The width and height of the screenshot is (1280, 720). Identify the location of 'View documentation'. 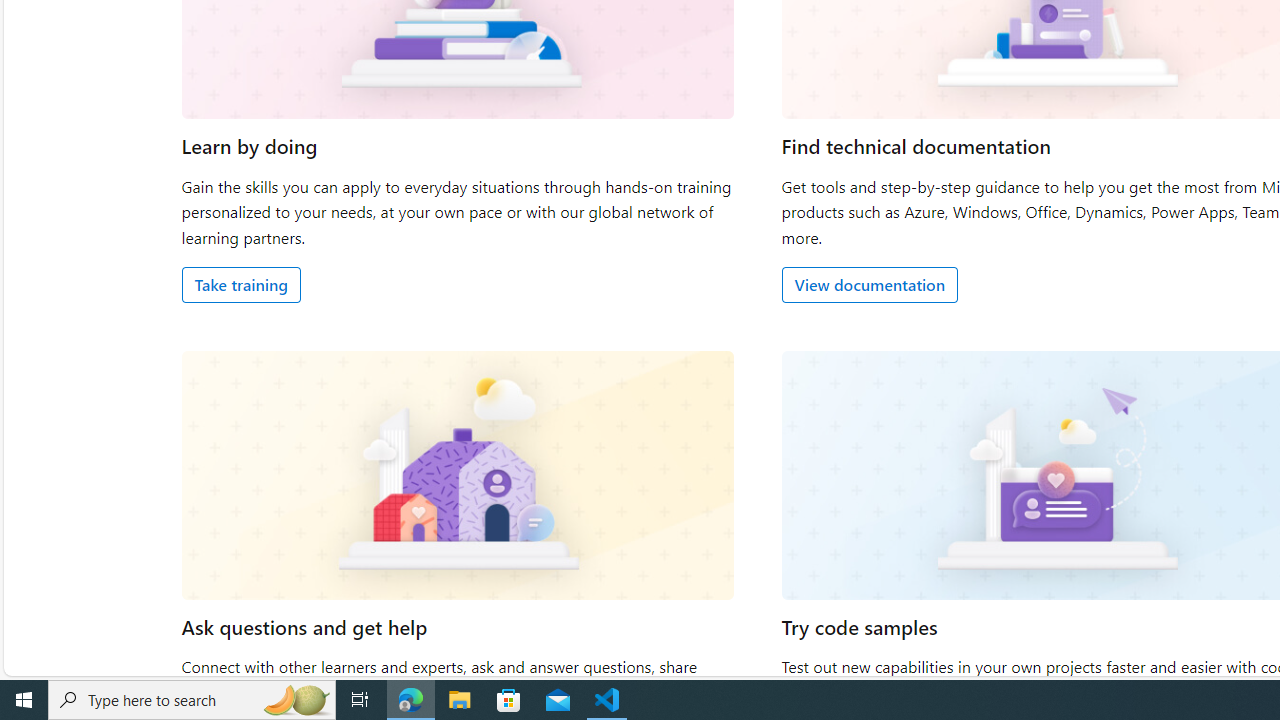
(869, 284).